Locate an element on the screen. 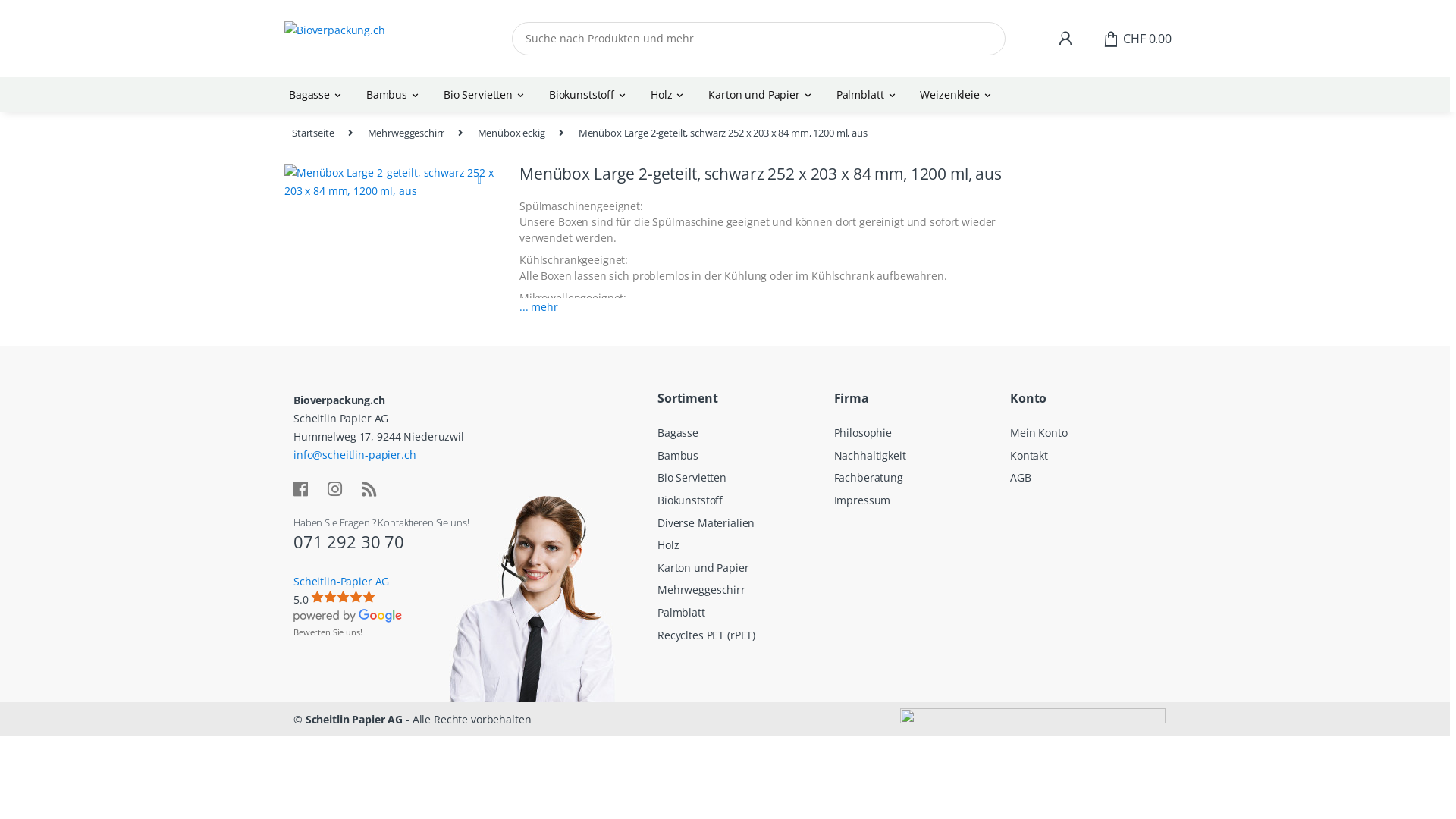  'Impressum' is located at coordinates (862, 500).